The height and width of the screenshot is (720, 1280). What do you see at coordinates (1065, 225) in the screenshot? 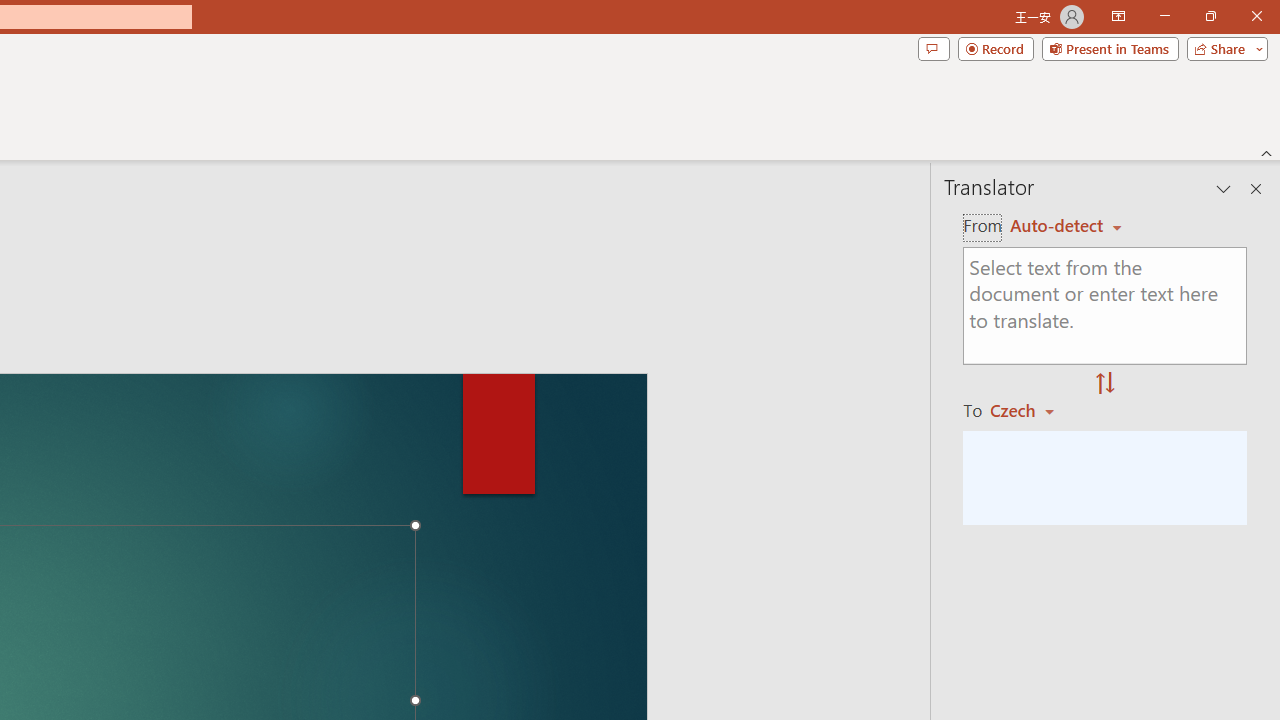
I see `'Auto-detect'` at bounding box center [1065, 225].